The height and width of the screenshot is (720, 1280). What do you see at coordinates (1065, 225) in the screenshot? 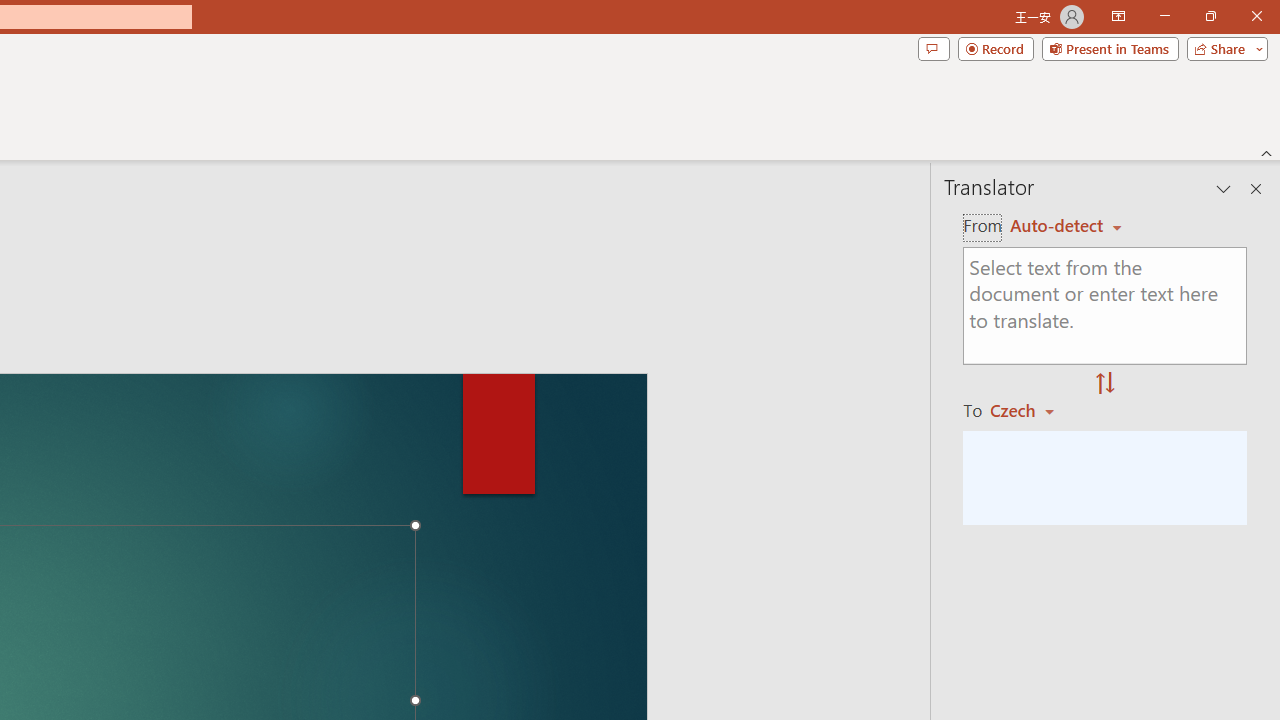
I see `'Auto-detect'` at bounding box center [1065, 225].